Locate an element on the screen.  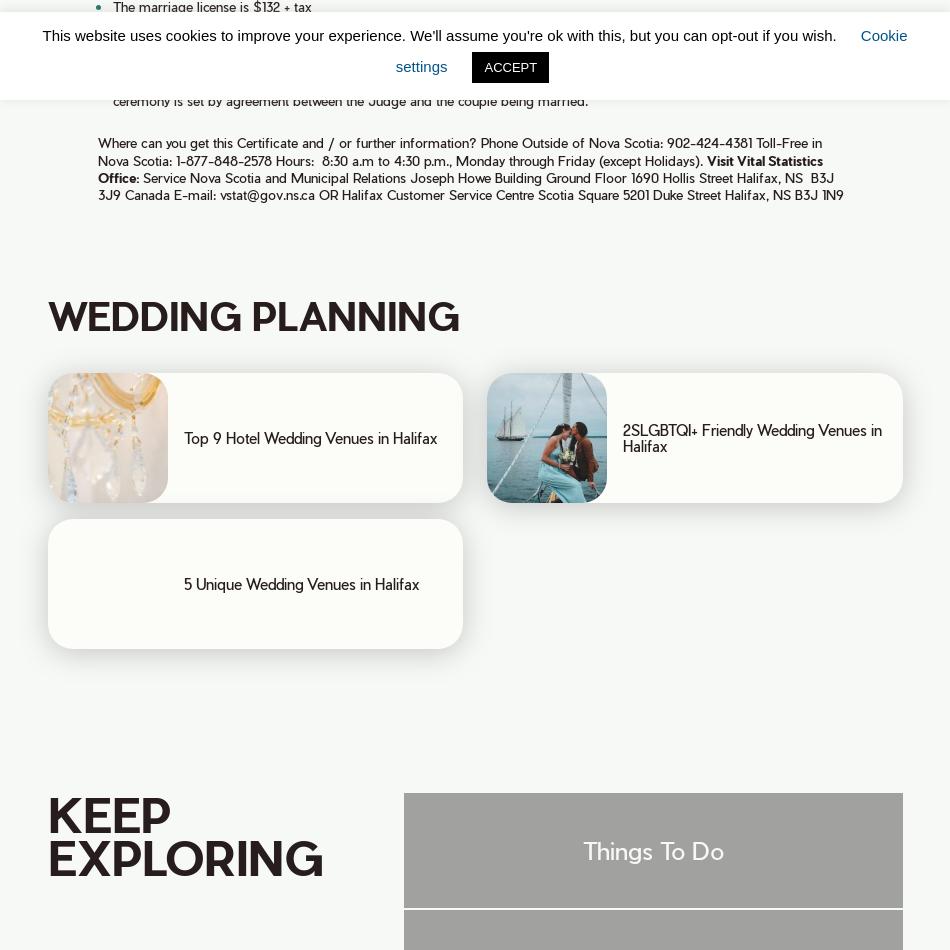
'Joseph Howe Building' is located at coordinates (475, 176).